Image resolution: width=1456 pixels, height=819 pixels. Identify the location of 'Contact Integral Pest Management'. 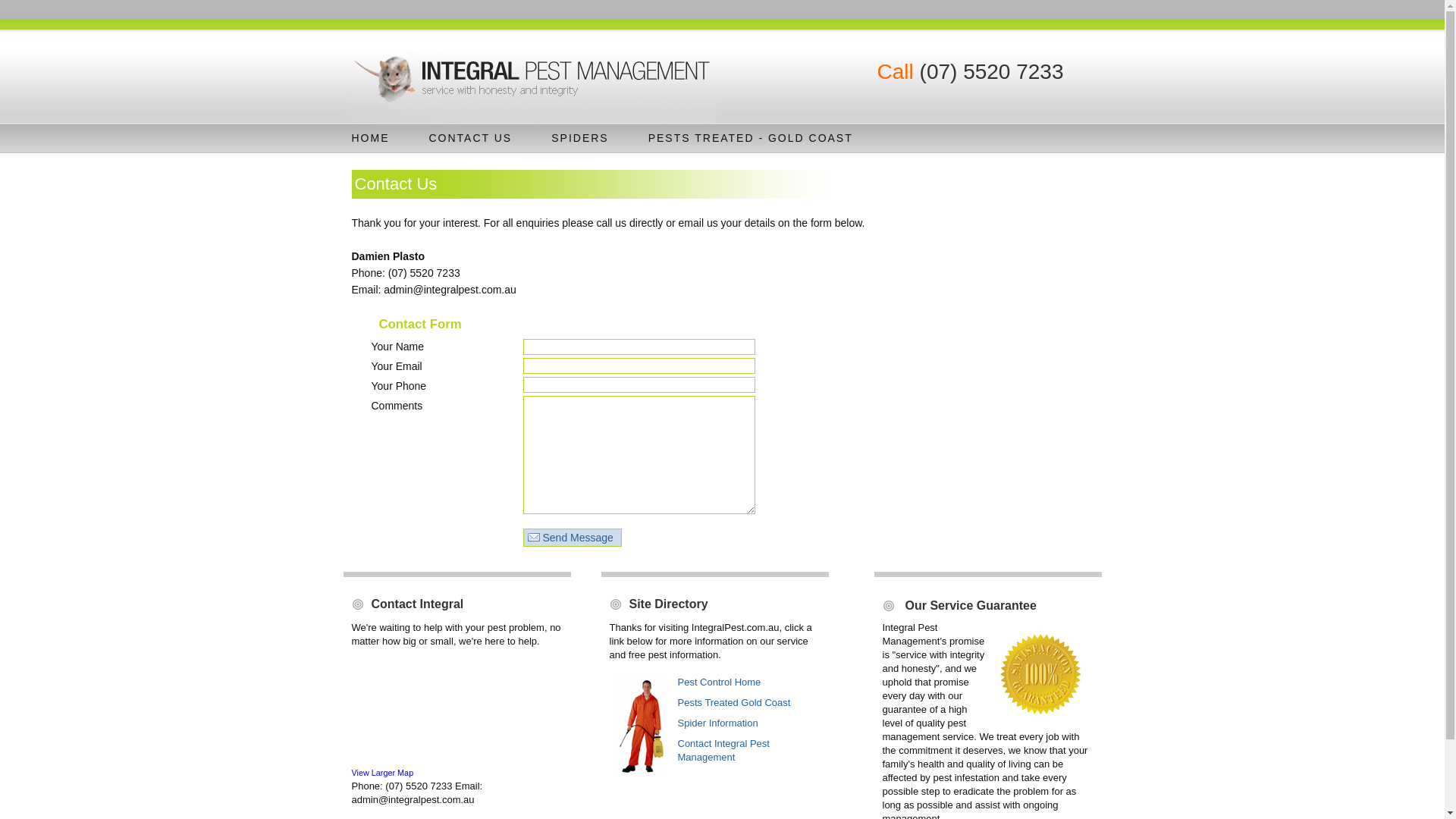
(723, 749).